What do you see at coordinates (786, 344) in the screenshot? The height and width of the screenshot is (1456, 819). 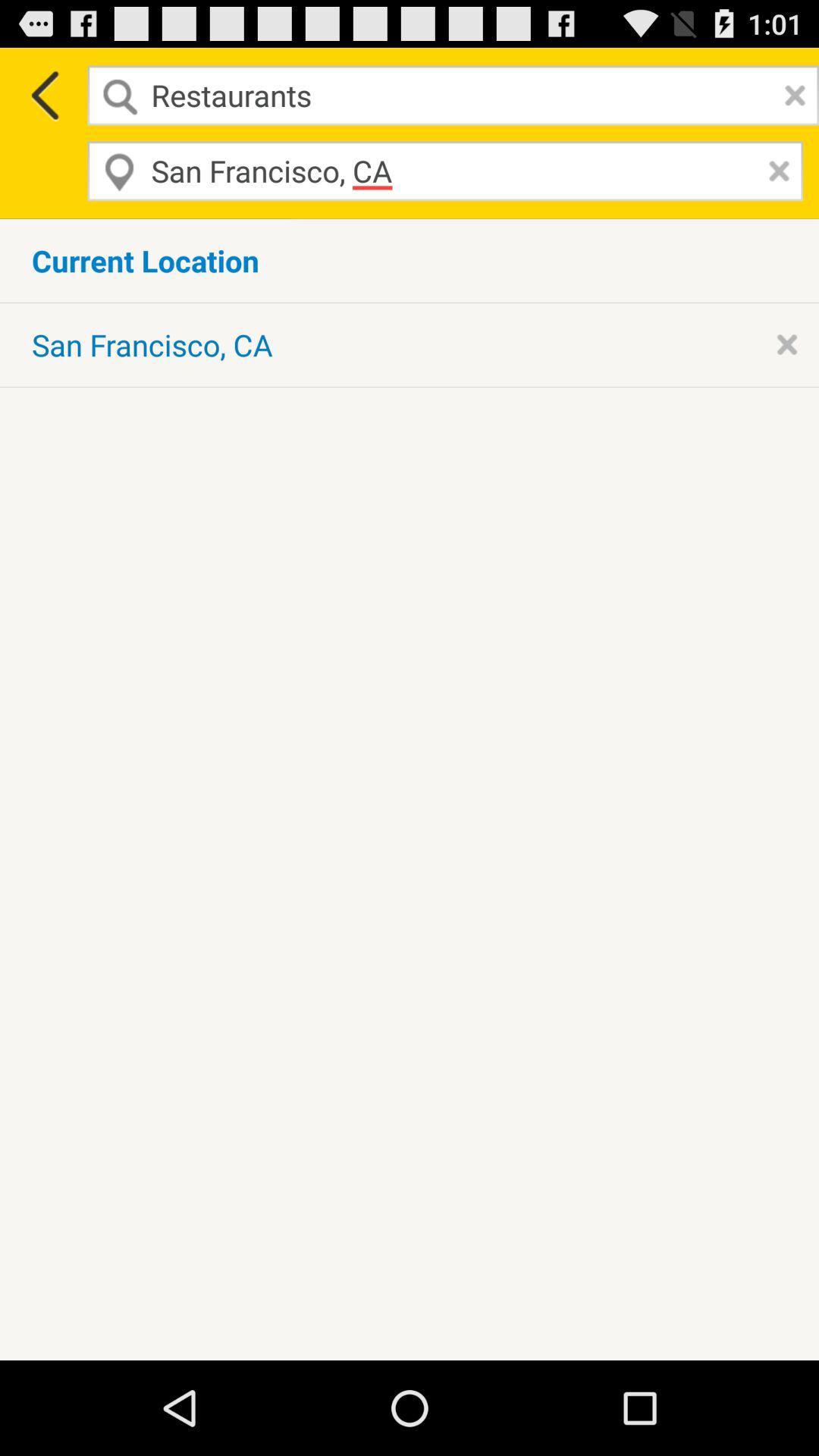 I see `remove option` at bounding box center [786, 344].